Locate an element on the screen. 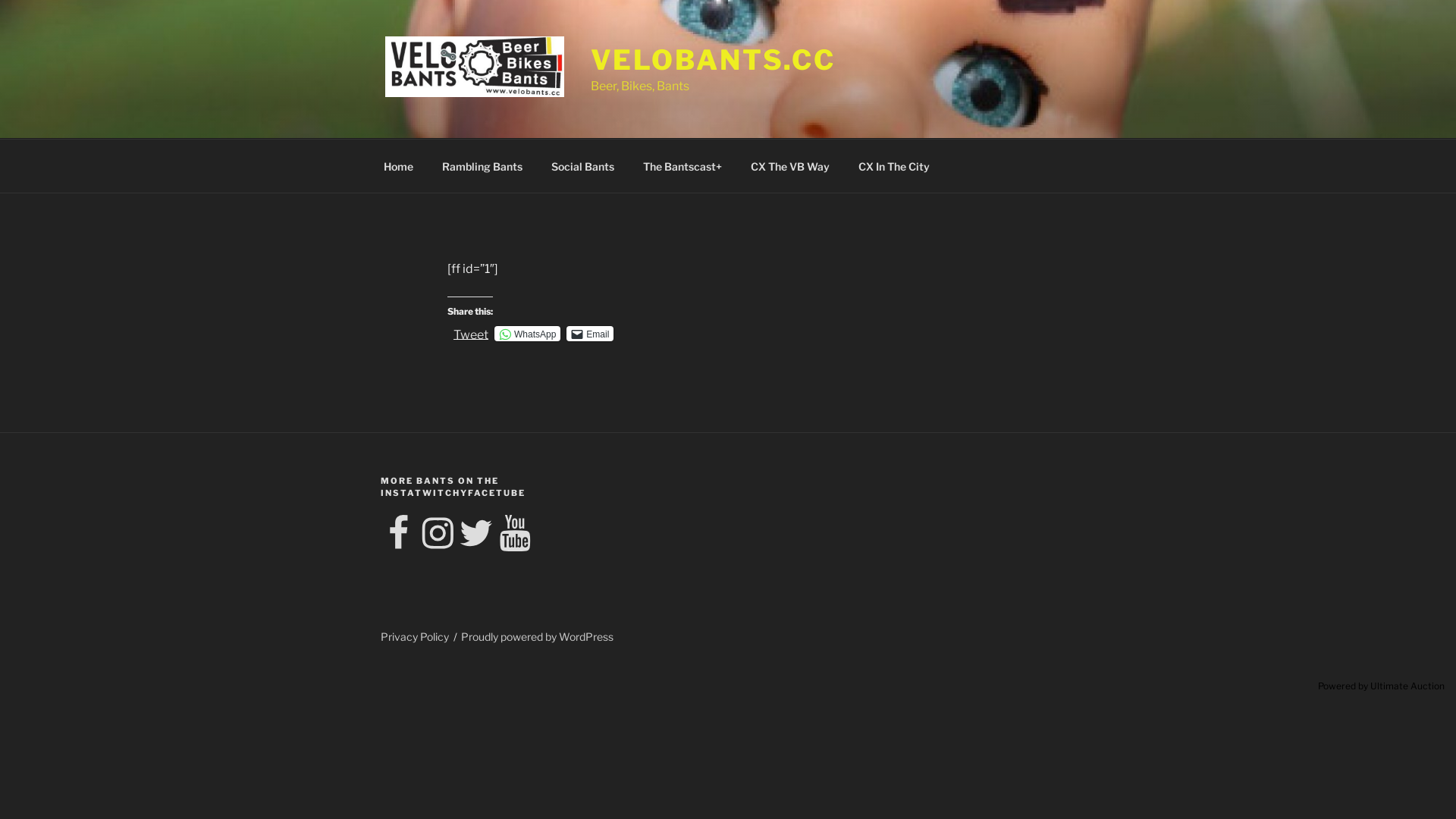 The height and width of the screenshot is (819, 1456). 'Facebook' is located at coordinates (399, 533).